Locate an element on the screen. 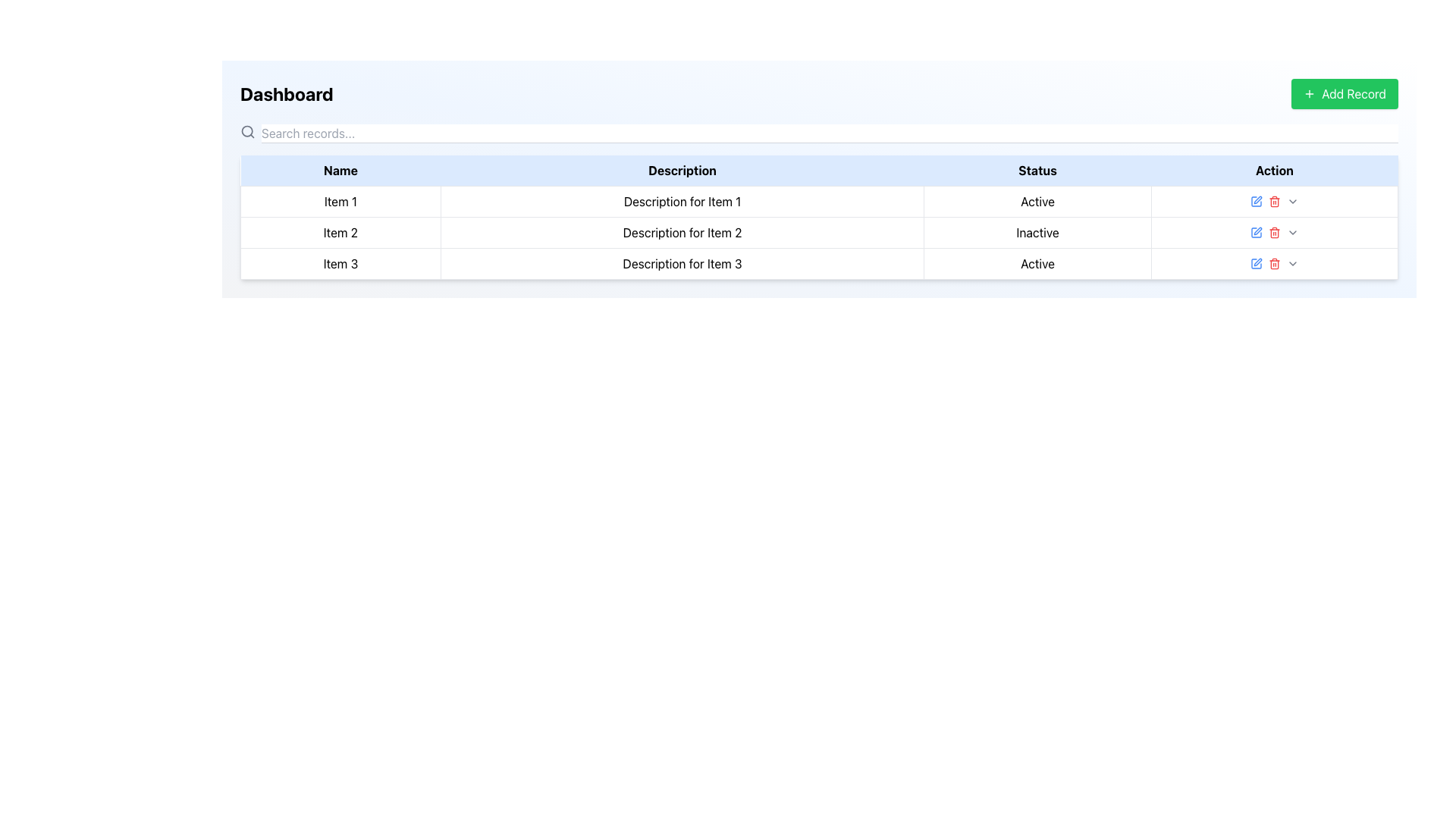  the center of the '+' icon located inside the 'Add Record' button at the top right corner of the interface is located at coordinates (1309, 93).